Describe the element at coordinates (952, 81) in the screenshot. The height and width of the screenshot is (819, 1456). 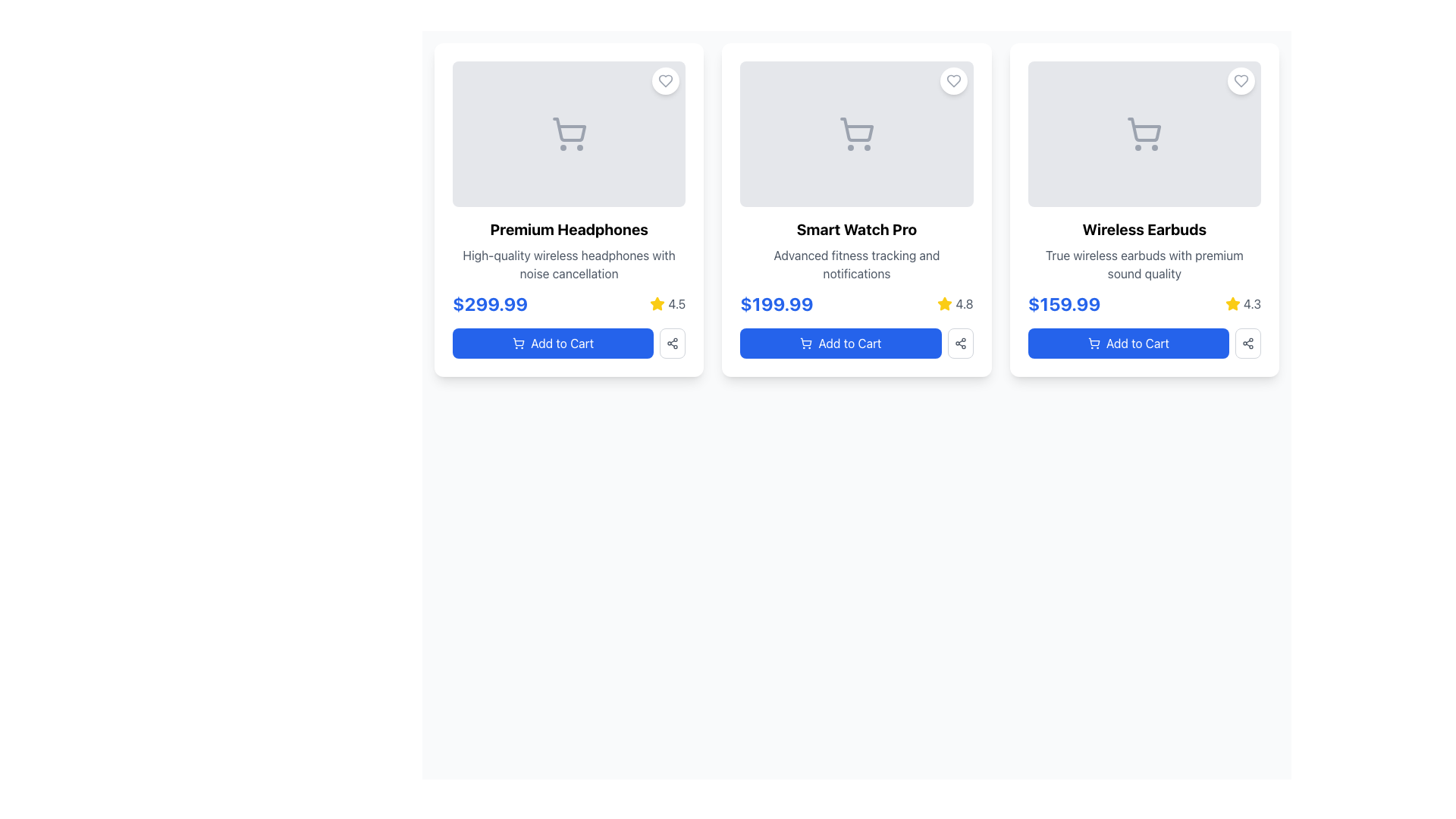
I see `the outlined heart-shaped icon button in the top-right corner of the 'Smart Watch Pro' card` at that location.